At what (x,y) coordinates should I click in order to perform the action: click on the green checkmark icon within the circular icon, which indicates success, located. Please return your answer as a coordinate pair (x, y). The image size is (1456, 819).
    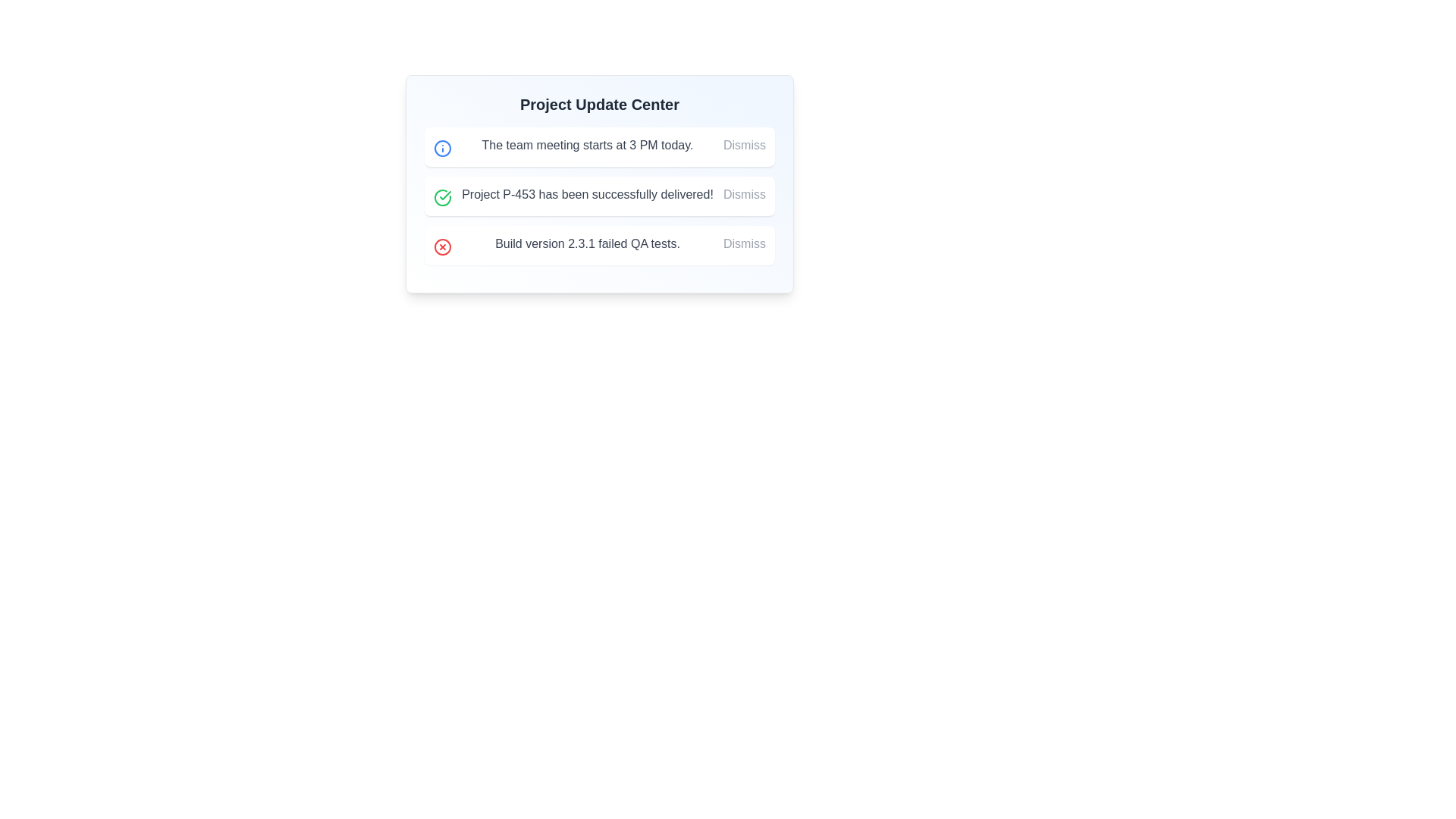
    Looking at the image, I should click on (444, 195).